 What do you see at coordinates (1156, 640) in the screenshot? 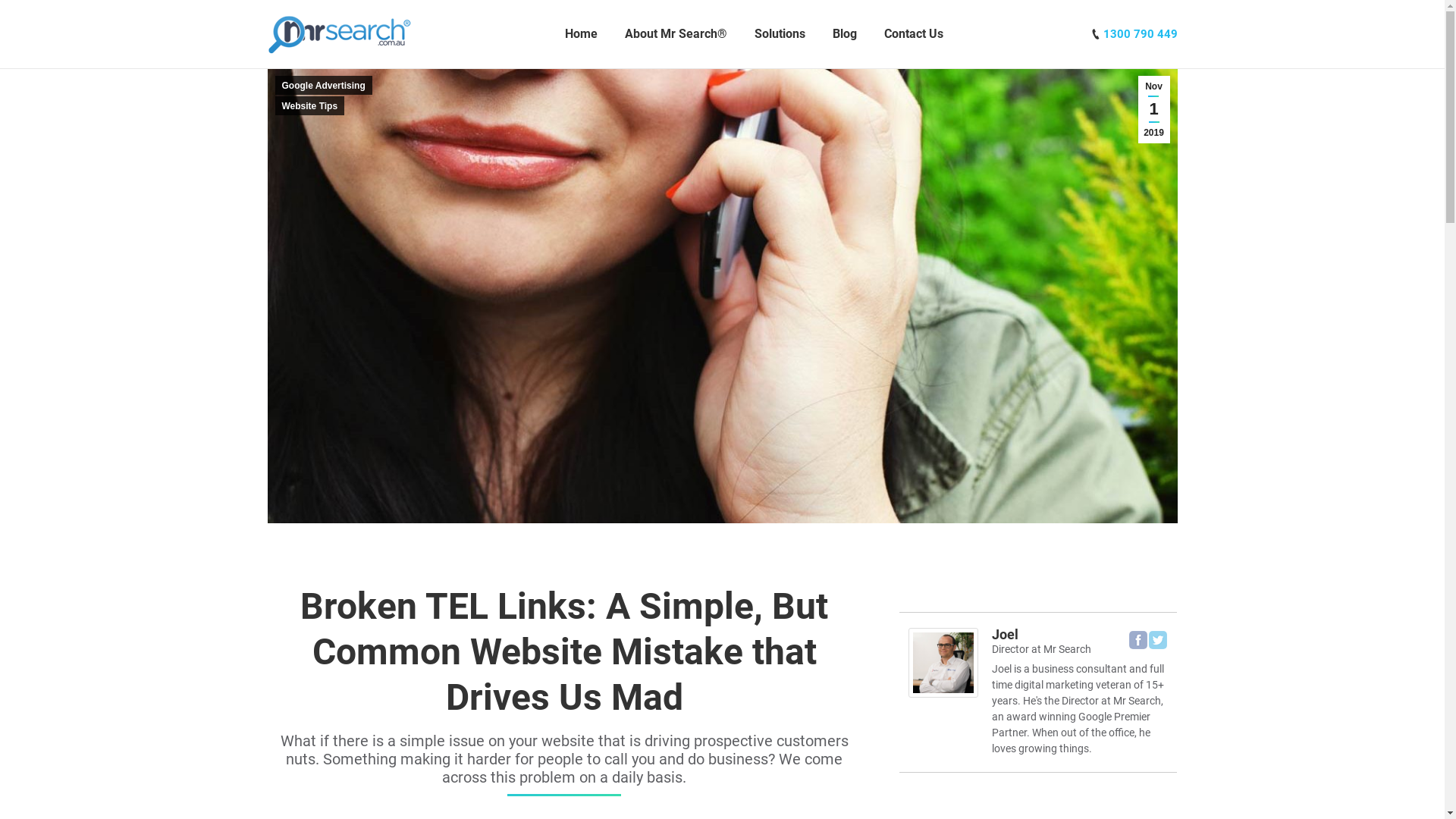
I see `'Twitter'` at bounding box center [1156, 640].